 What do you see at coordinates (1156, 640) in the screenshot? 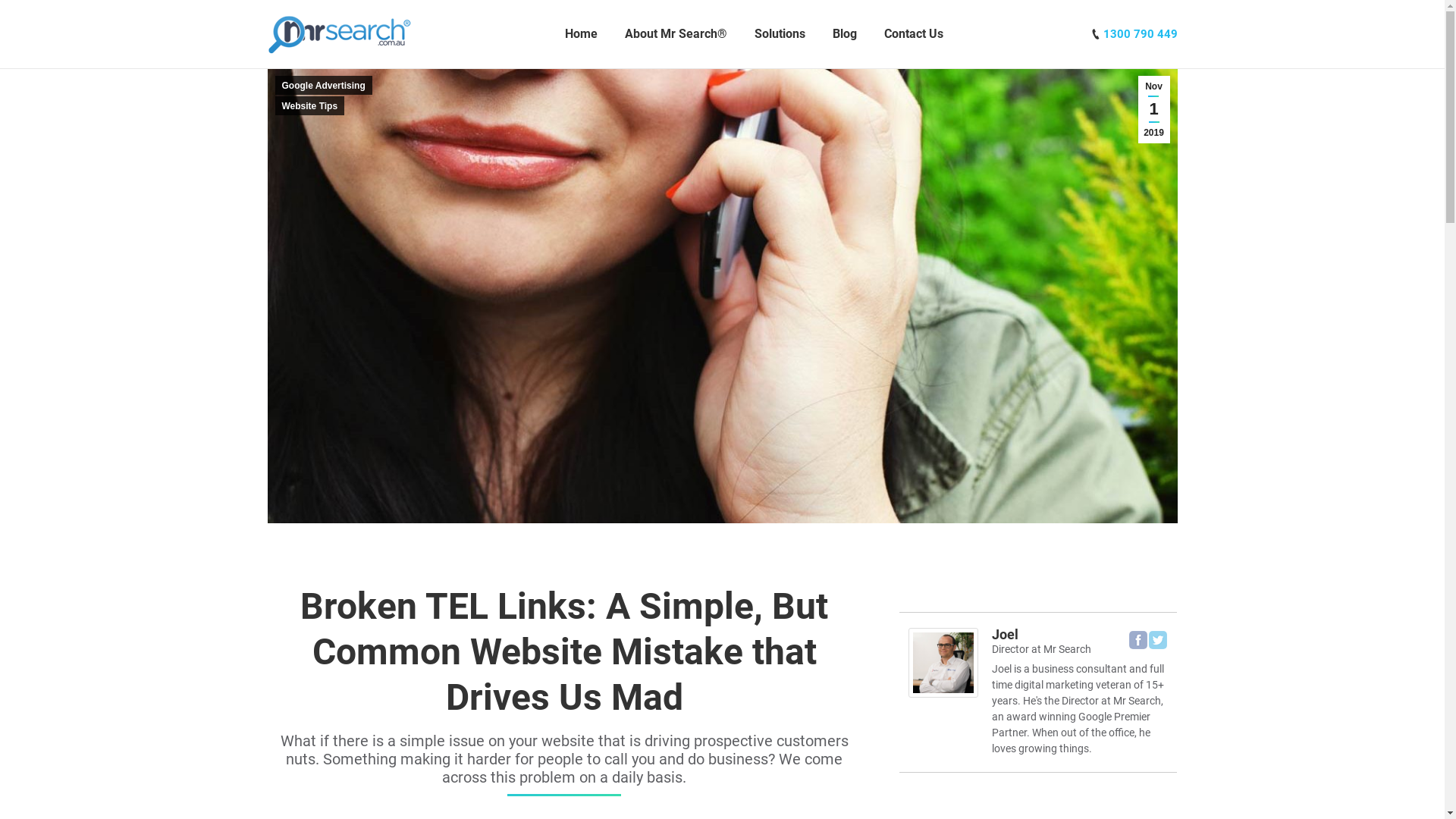
I see `'Twitter'` at bounding box center [1156, 640].